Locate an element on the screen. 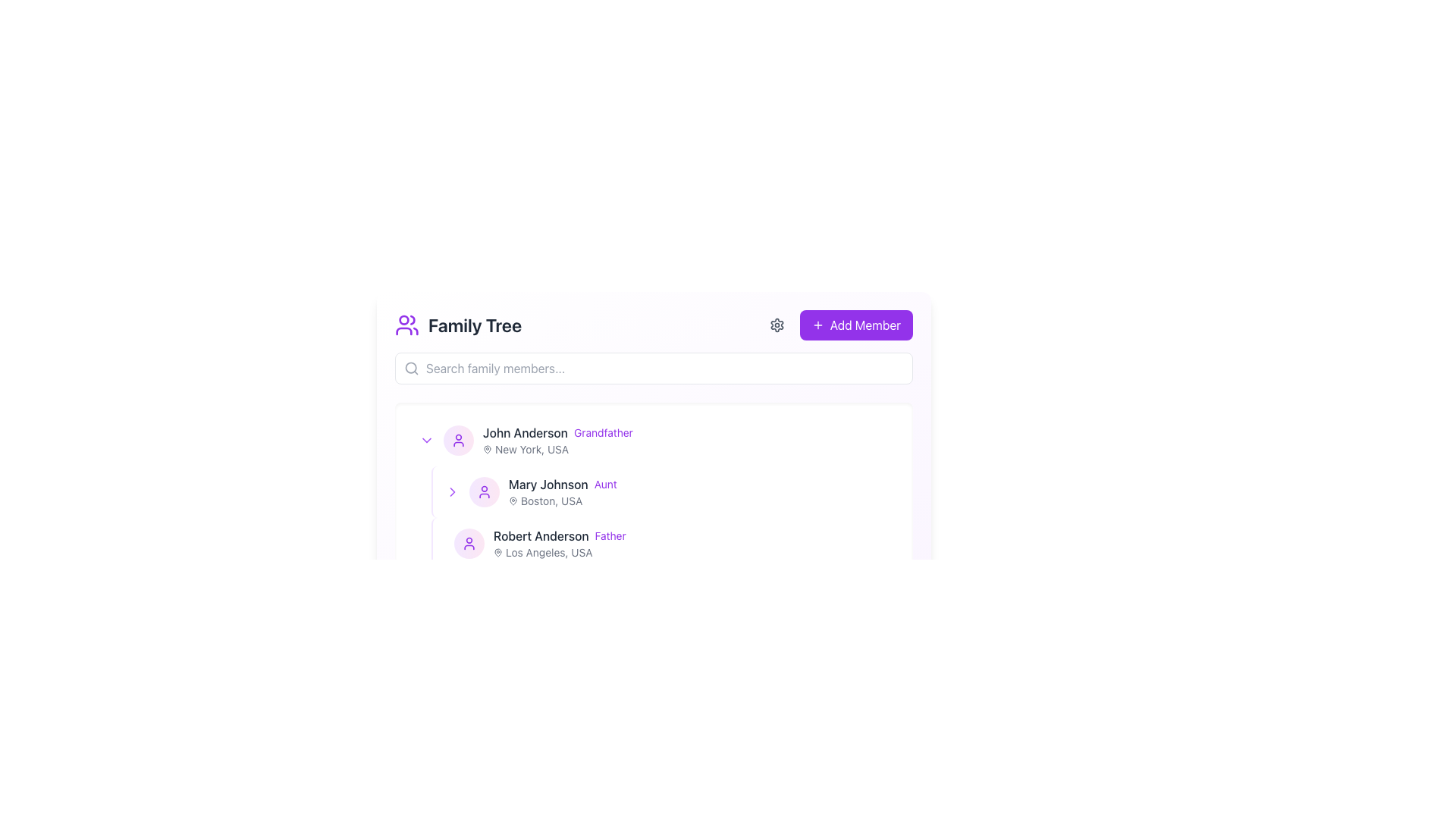 This screenshot has width=1456, height=819. the text label that provides additional information about 'John Anderson' is located at coordinates (603, 432).